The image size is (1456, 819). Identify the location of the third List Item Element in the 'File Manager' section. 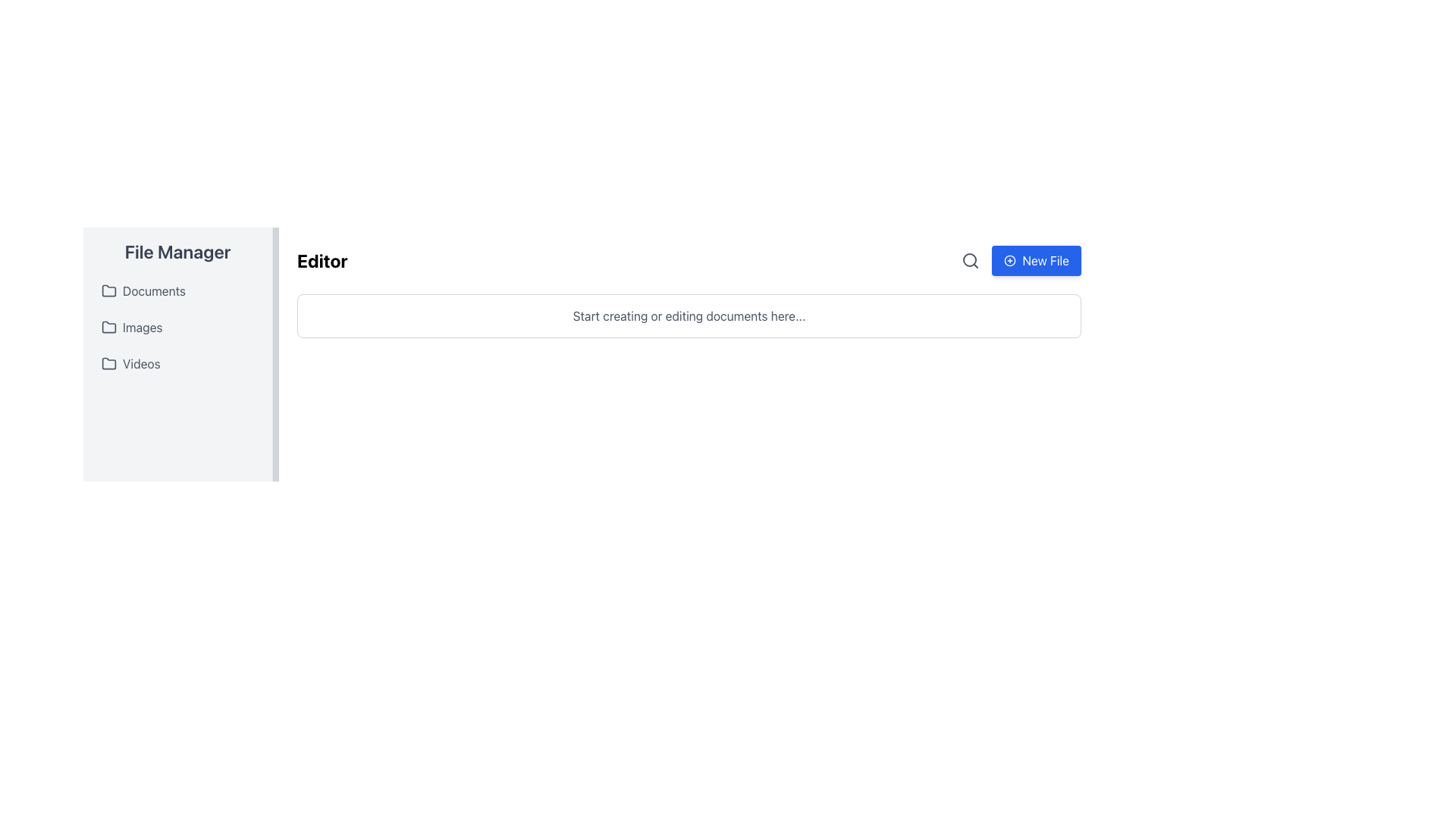
(177, 363).